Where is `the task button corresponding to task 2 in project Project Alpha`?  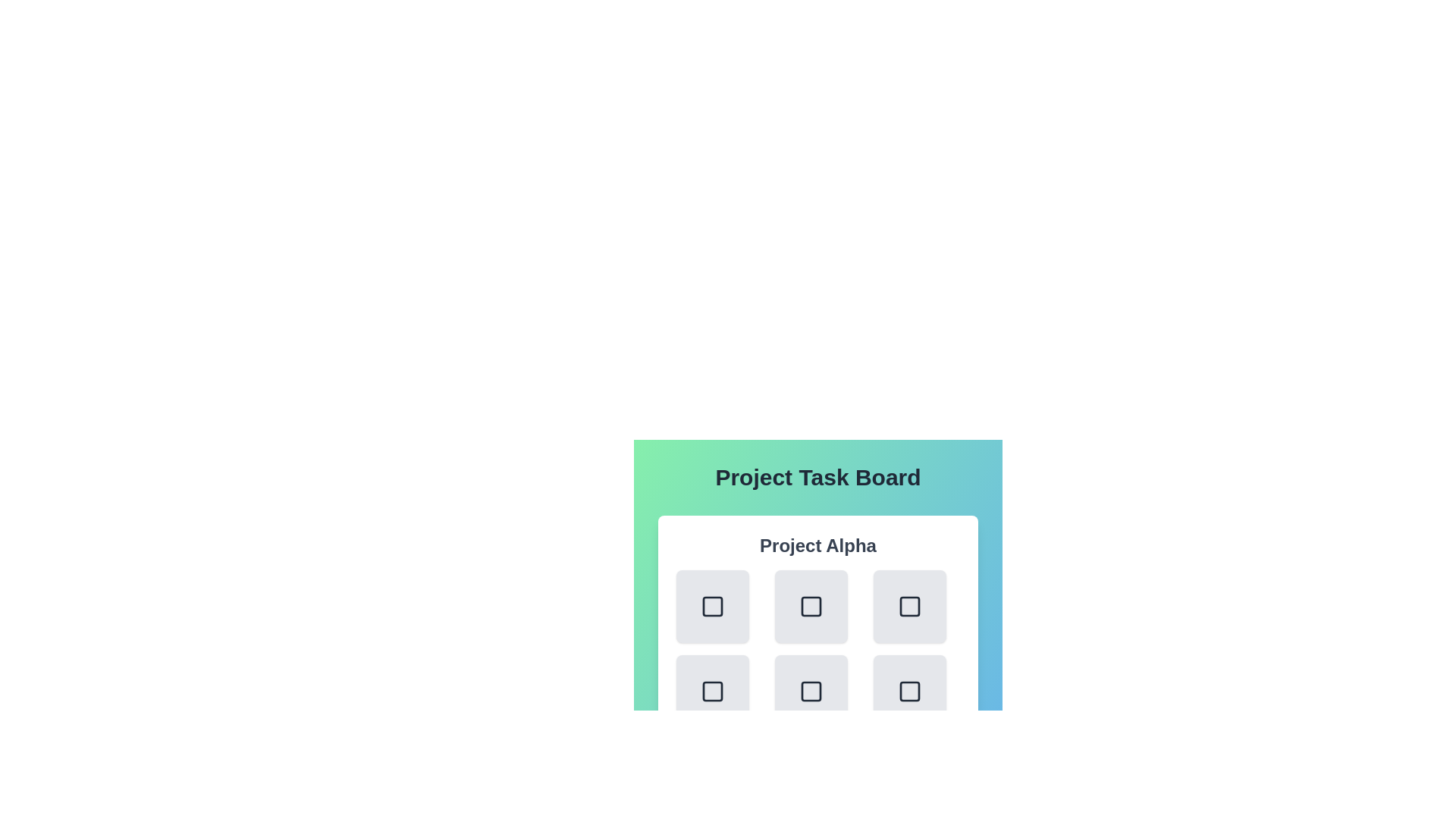 the task button corresponding to task 2 in project Project Alpha is located at coordinates (910, 605).